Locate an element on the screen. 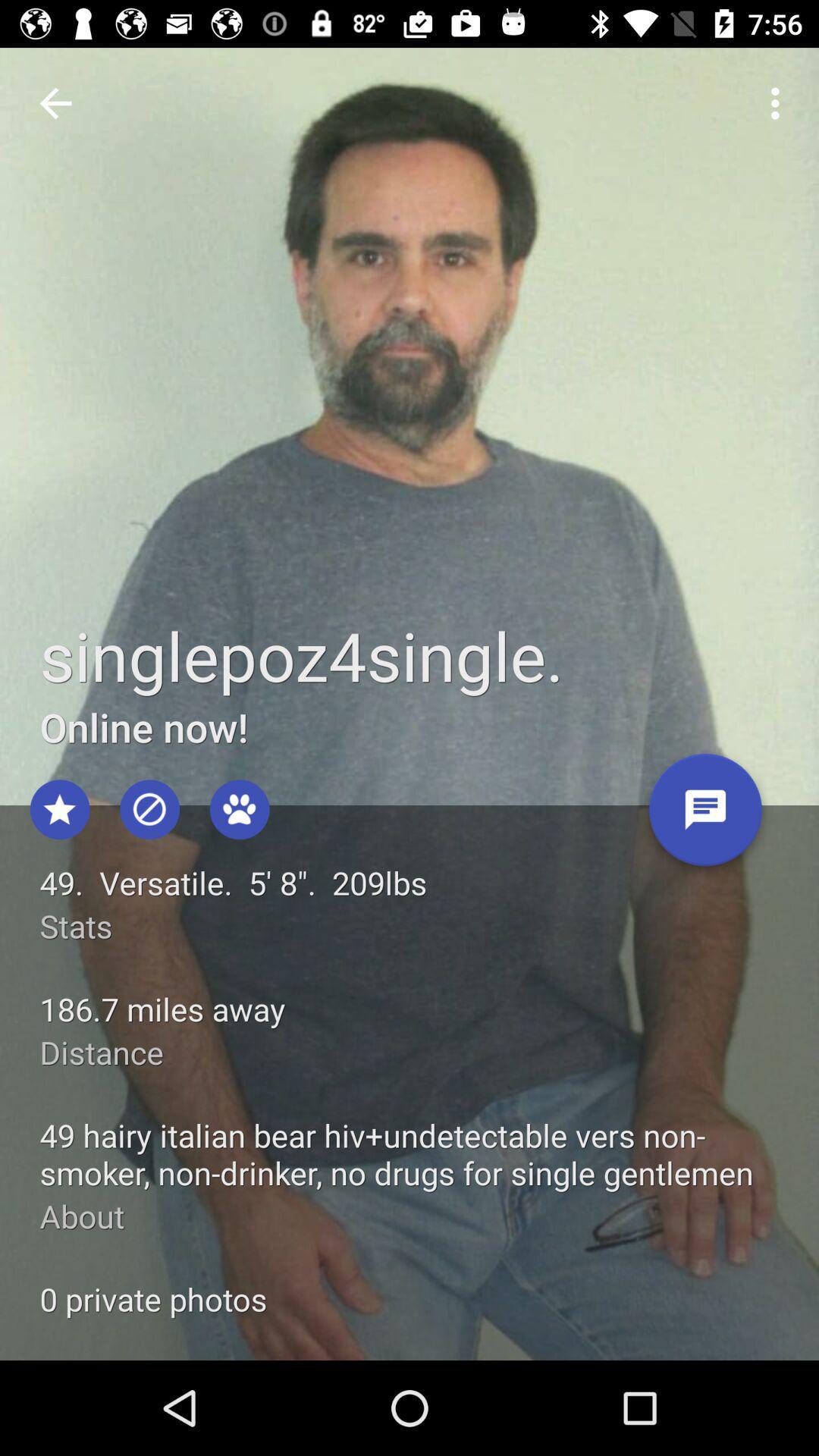 This screenshot has height=1456, width=819. the explore icon is located at coordinates (149, 808).